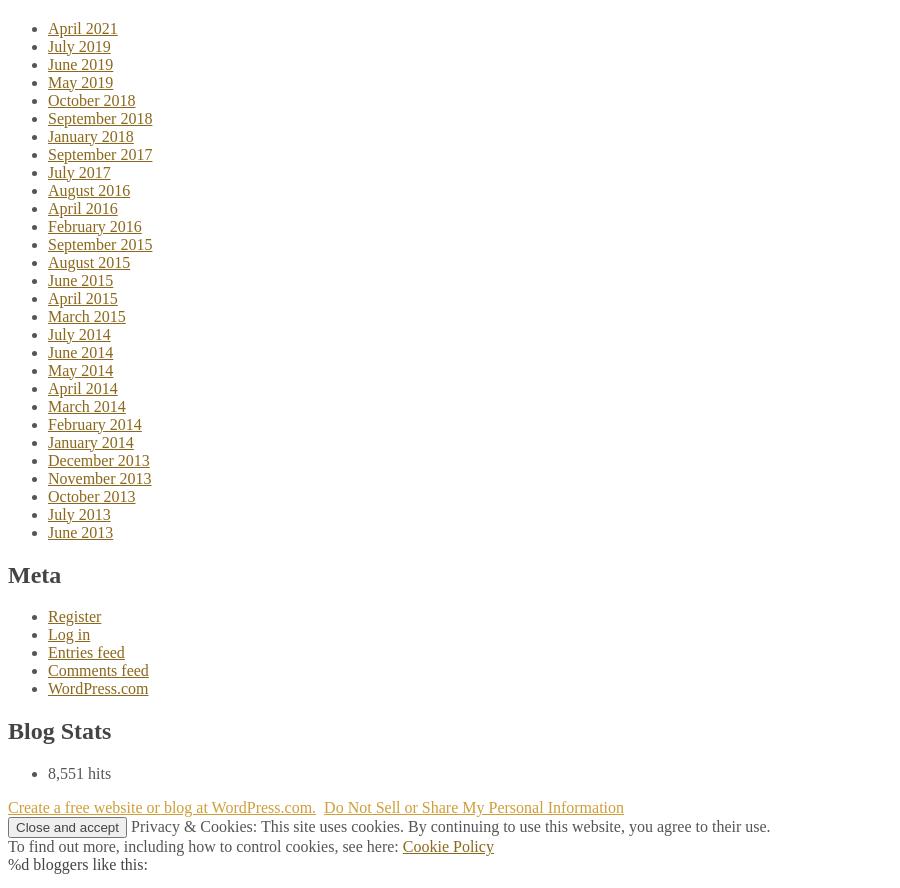  What do you see at coordinates (79, 351) in the screenshot?
I see `'June 2014'` at bounding box center [79, 351].